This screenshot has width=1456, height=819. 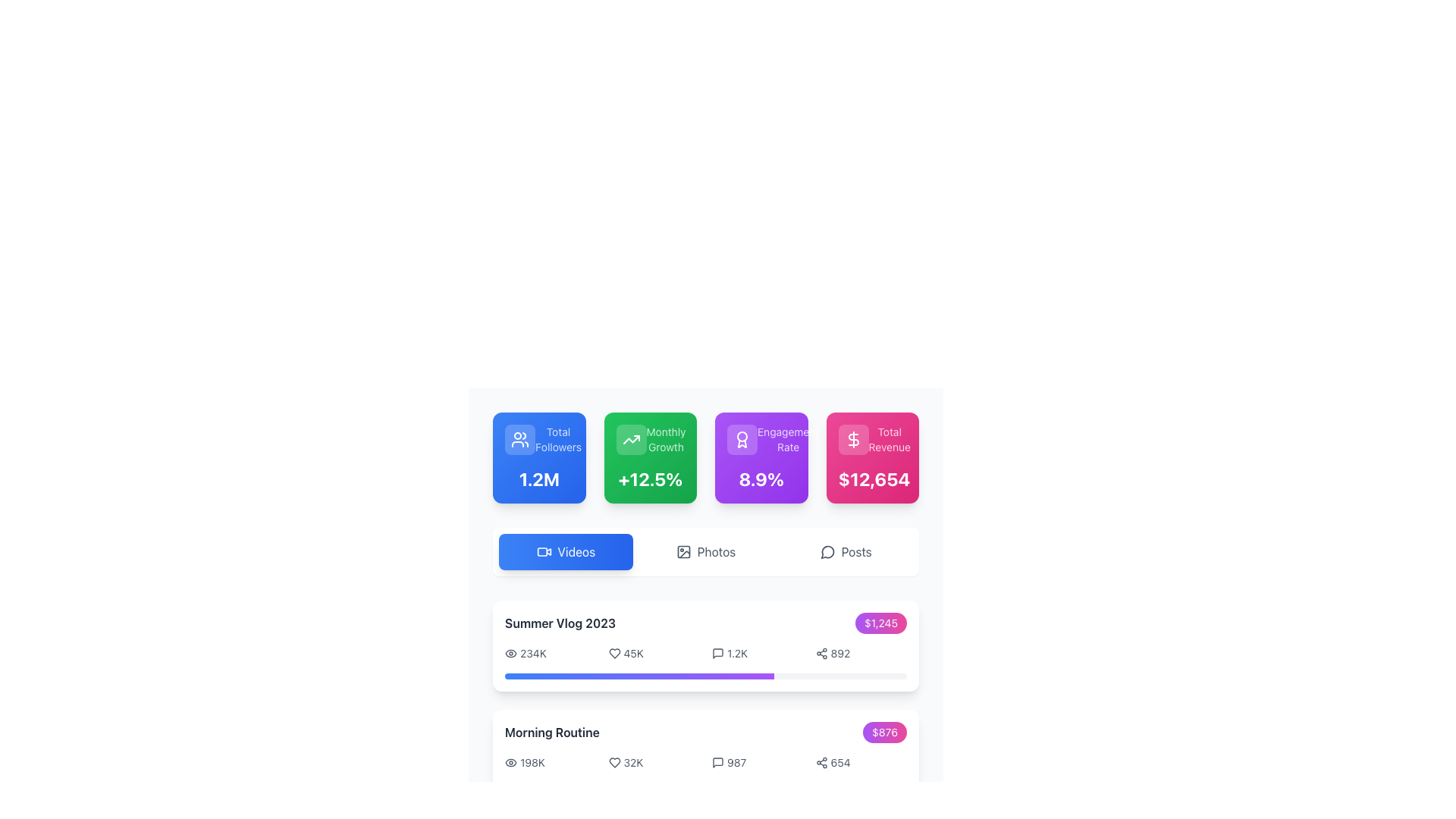 What do you see at coordinates (631, 439) in the screenshot?
I see `the growth icon located on the left side of the 'Monthly Growth' card, which is the second card in a horizontal row of four statistic cards` at bounding box center [631, 439].